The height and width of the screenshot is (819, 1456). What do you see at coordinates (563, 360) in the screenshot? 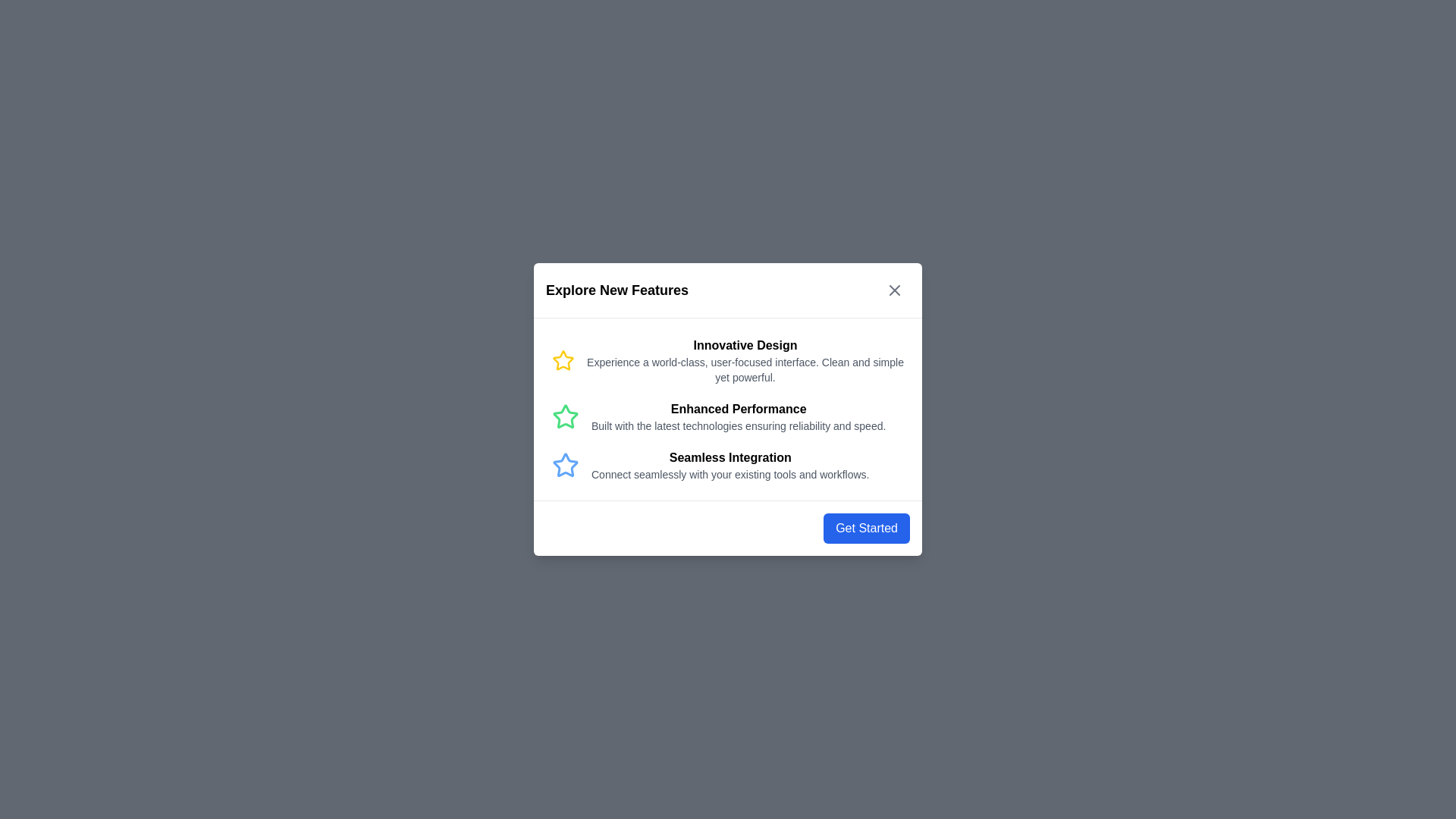
I see `the decorative star icon representing 'Enhanced Performance' located in the second row of the dialog box under 'Explore New Features.'` at bounding box center [563, 360].